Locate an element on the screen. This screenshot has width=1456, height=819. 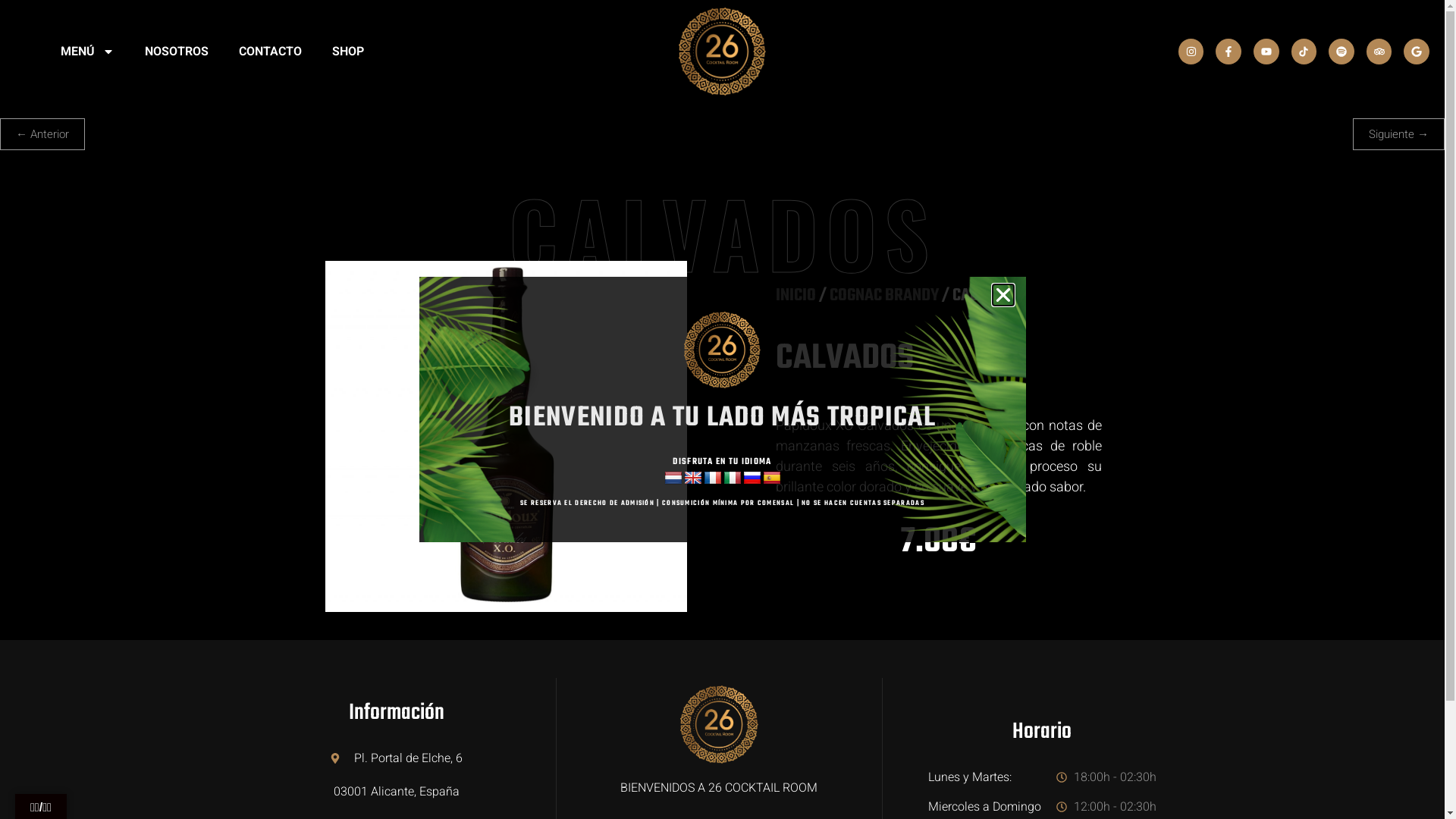
'English' is located at coordinates (692, 479).